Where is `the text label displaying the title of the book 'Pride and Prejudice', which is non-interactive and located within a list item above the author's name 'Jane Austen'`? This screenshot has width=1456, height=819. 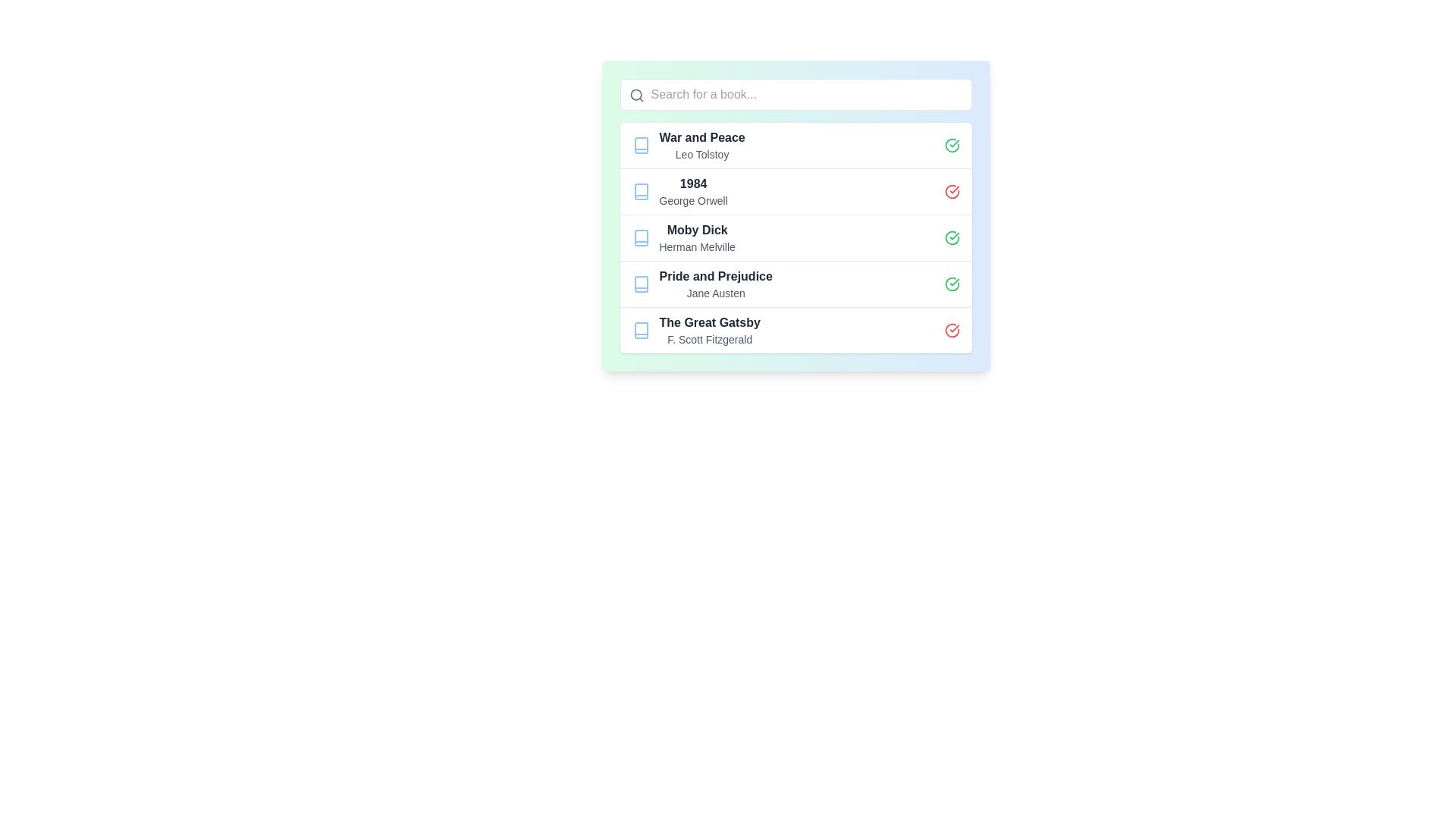 the text label displaying the title of the book 'Pride and Prejudice', which is non-interactive and located within a list item above the author's name 'Jane Austen' is located at coordinates (715, 277).